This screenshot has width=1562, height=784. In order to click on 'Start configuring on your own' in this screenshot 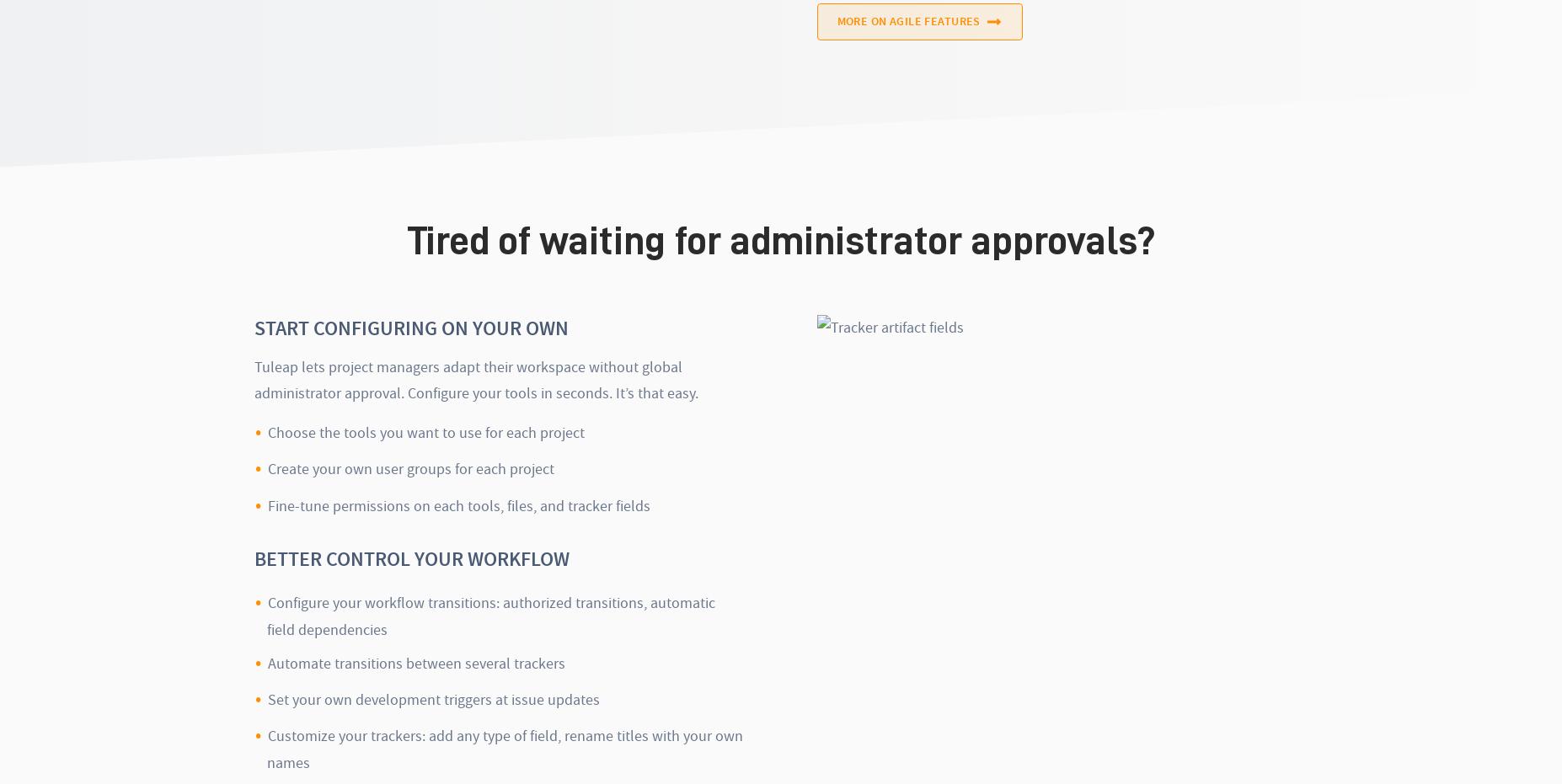, I will do `click(411, 328)`.